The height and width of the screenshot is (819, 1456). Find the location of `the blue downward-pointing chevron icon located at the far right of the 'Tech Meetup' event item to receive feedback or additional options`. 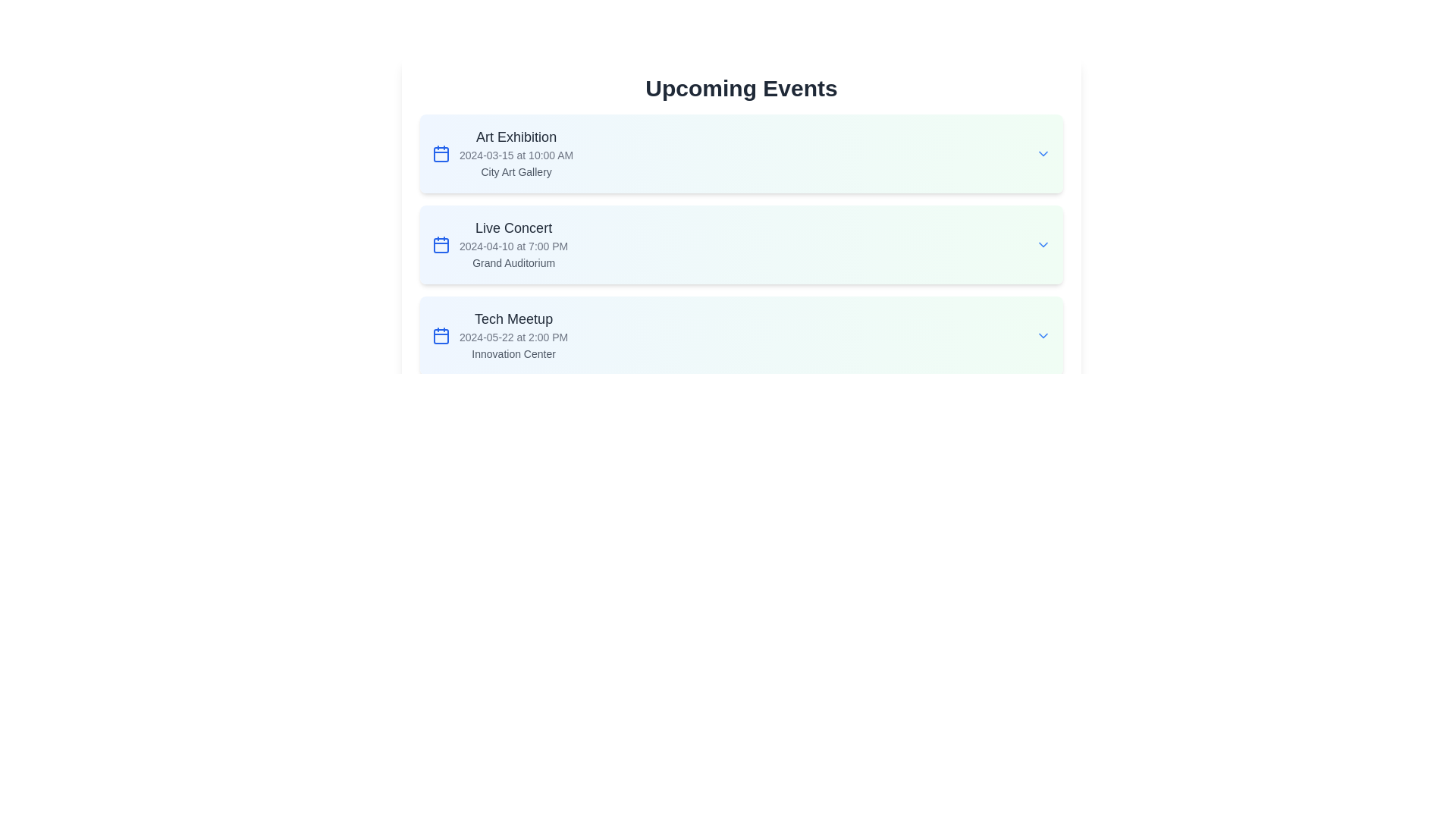

the blue downward-pointing chevron icon located at the far right of the 'Tech Meetup' event item to receive feedback or additional options is located at coordinates (1043, 335).